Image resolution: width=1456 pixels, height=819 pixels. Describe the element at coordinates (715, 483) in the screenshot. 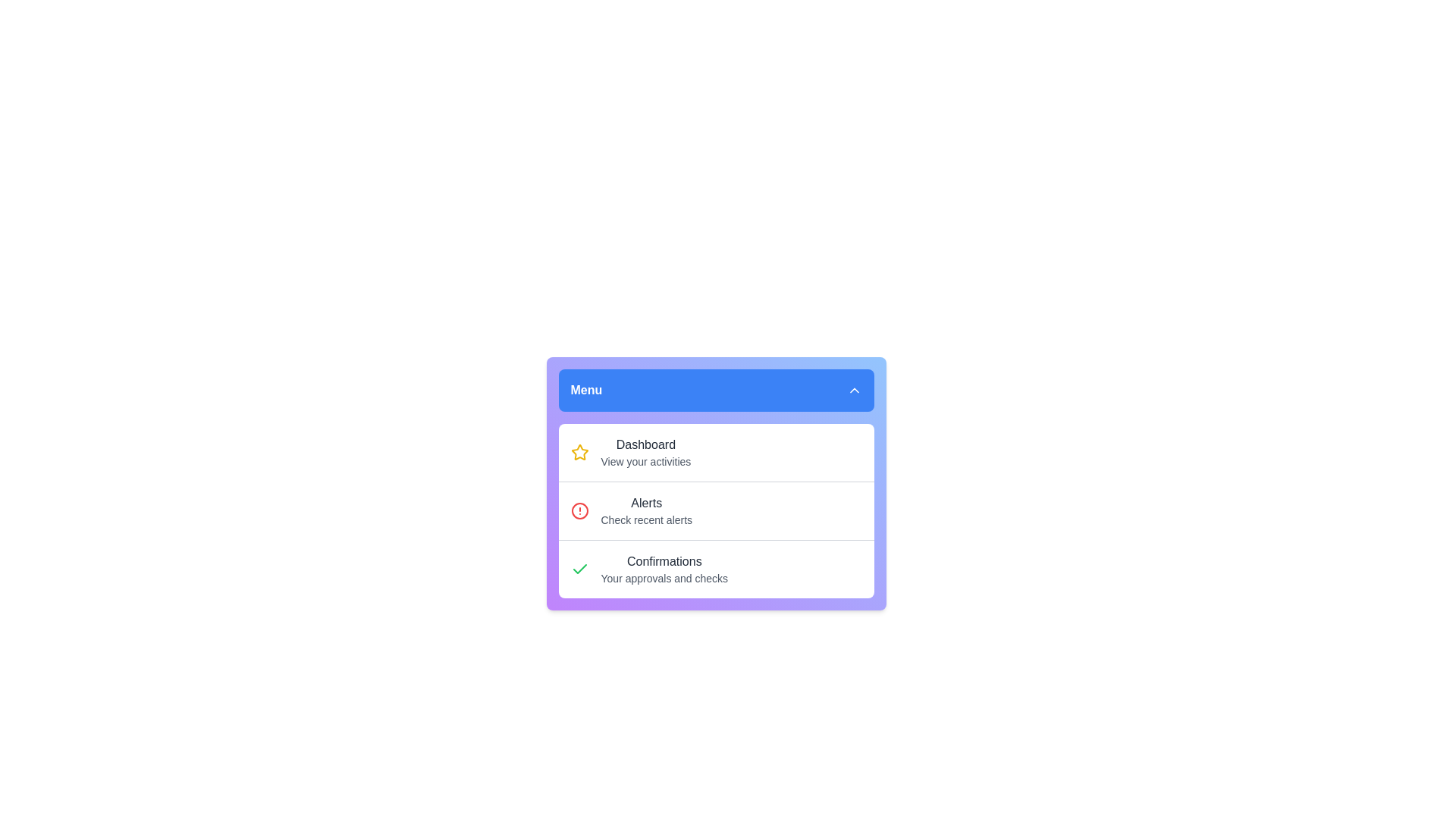

I see `the 'Alerts' list item within the menu component, which is styled with a gradient background and contains informational sections labeled 'Dashboard', 'Alerts', and 'Confirmations'` at that location.